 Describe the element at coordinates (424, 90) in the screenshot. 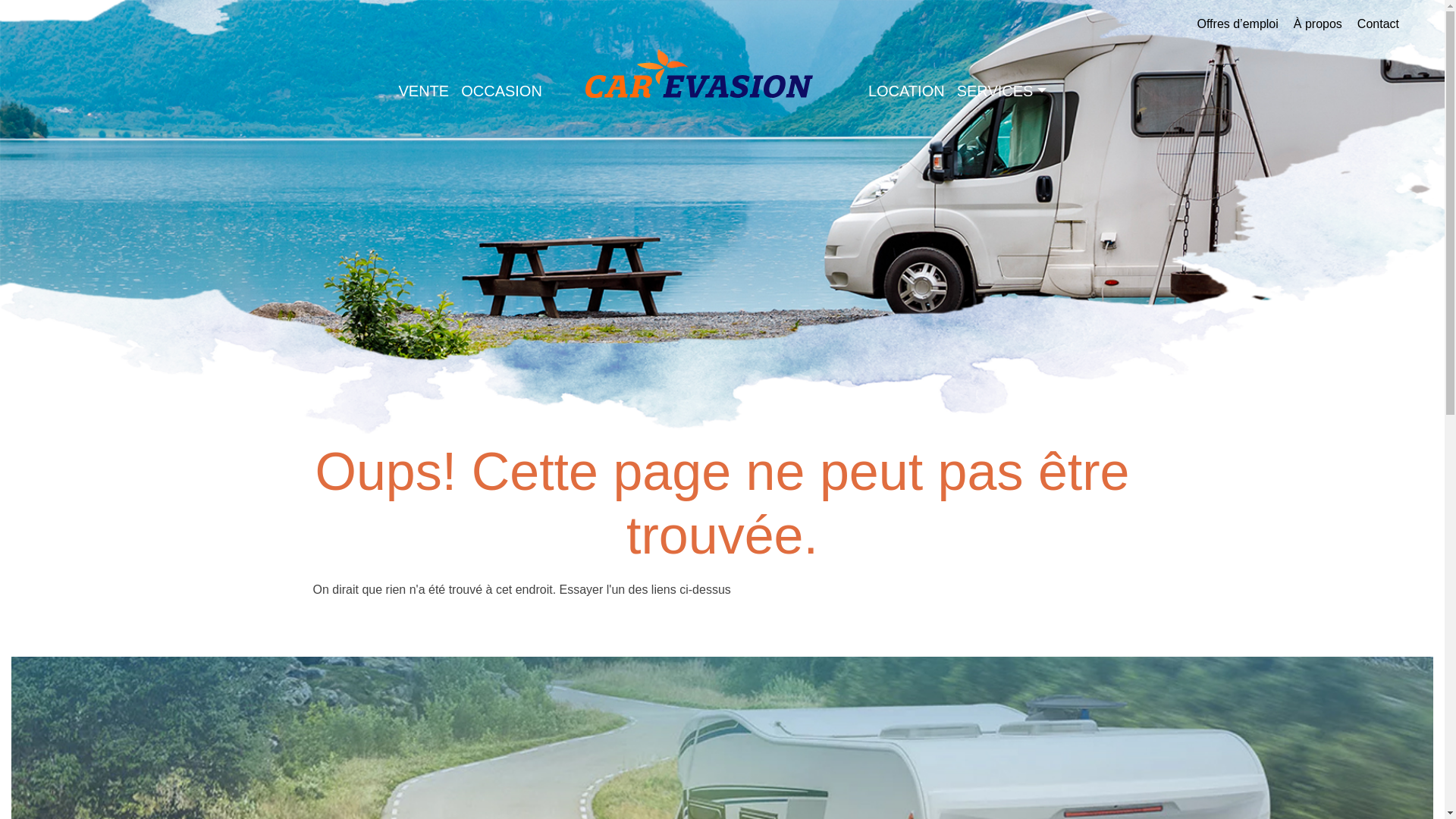

I see `'VENTE'` at that location.